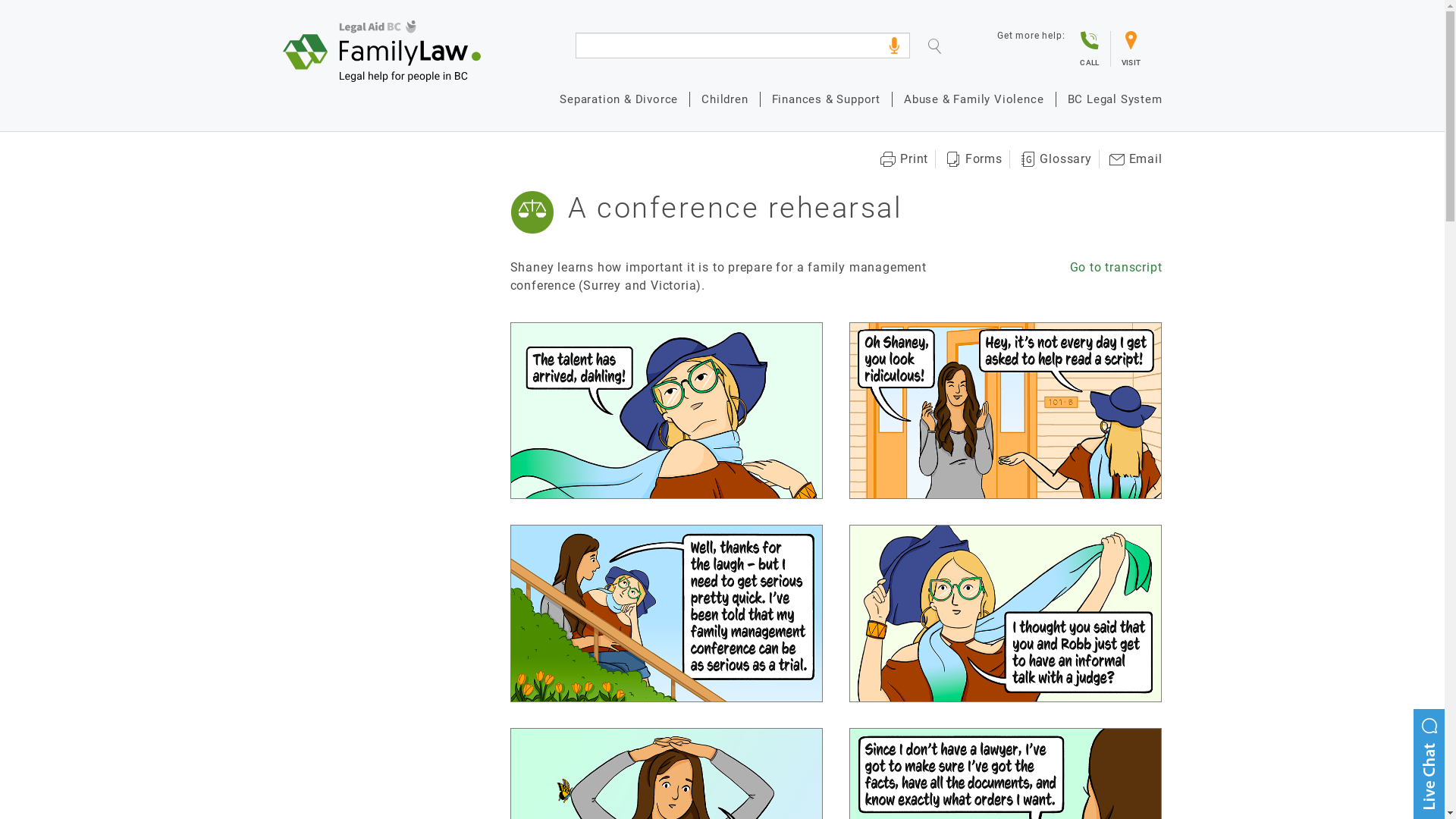  Describe the element at coordinates (688, 99) in the screenshot. I see `'Children'` at that location.